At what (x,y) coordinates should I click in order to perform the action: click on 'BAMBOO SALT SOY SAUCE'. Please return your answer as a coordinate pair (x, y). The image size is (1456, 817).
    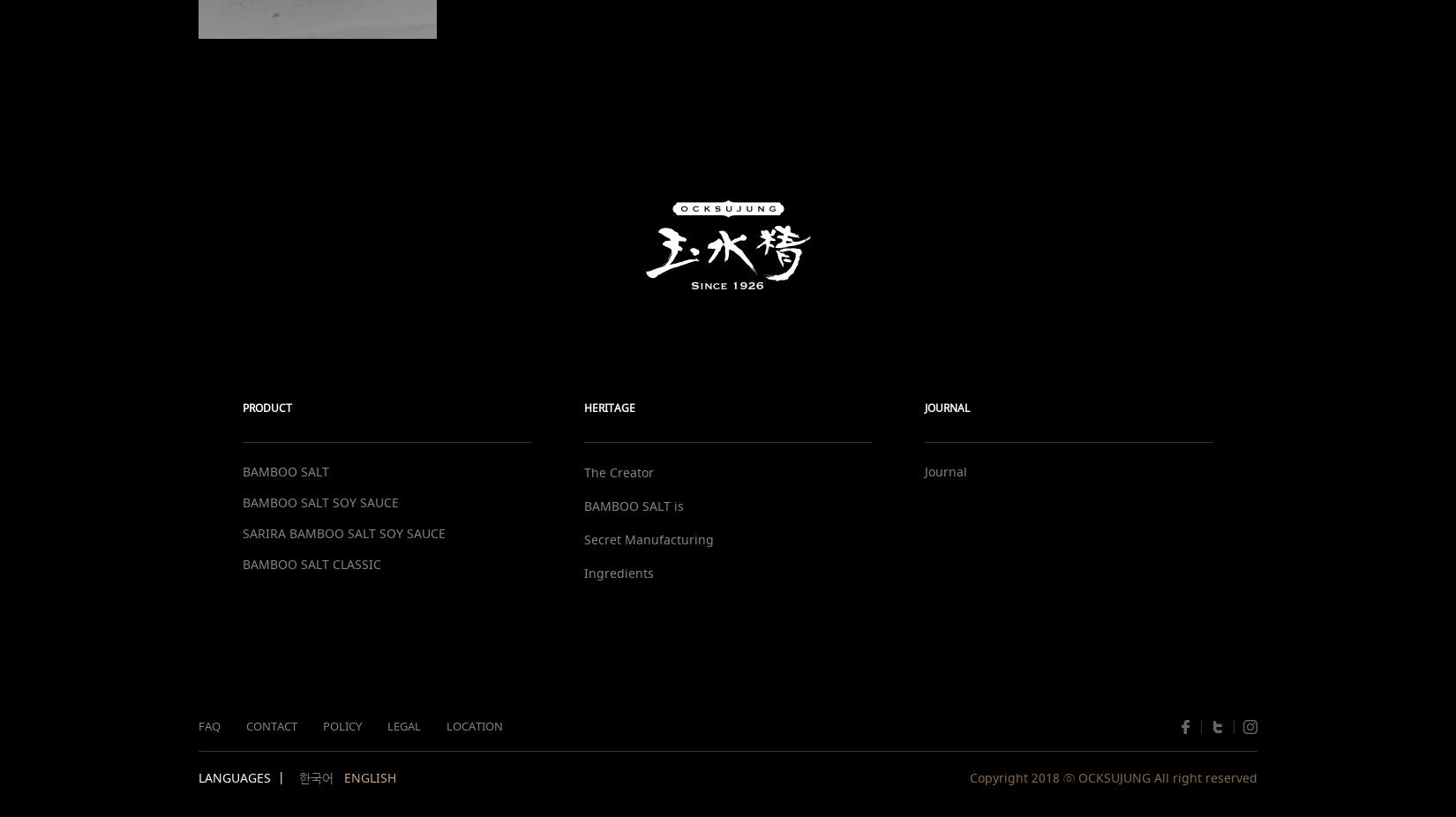
    Looking at the image, I should click on (243, 501).